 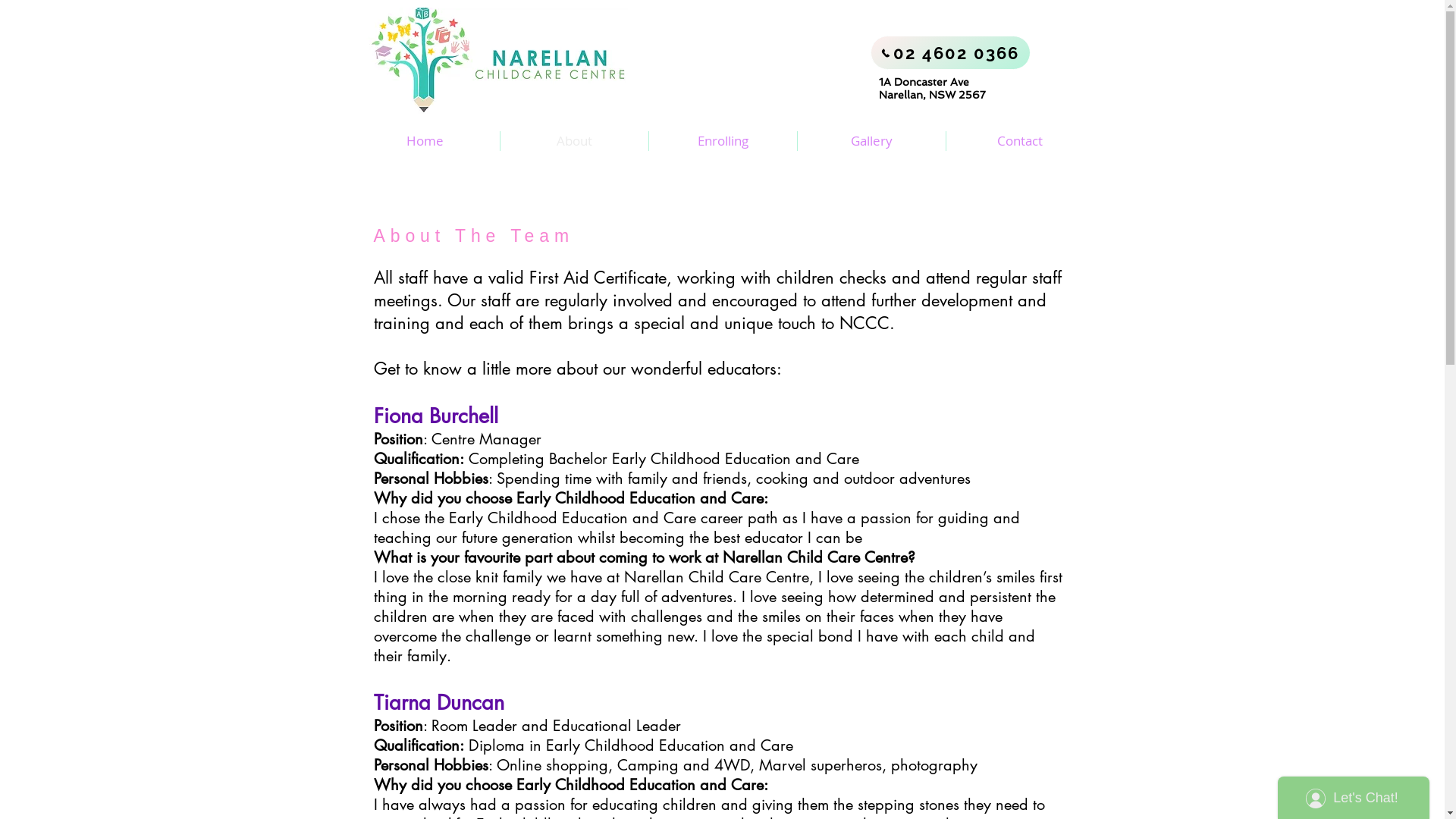 What do you see at coordinates (500, 140) in the screenshot?
I see `'About'` at bounding box center [500, 140].